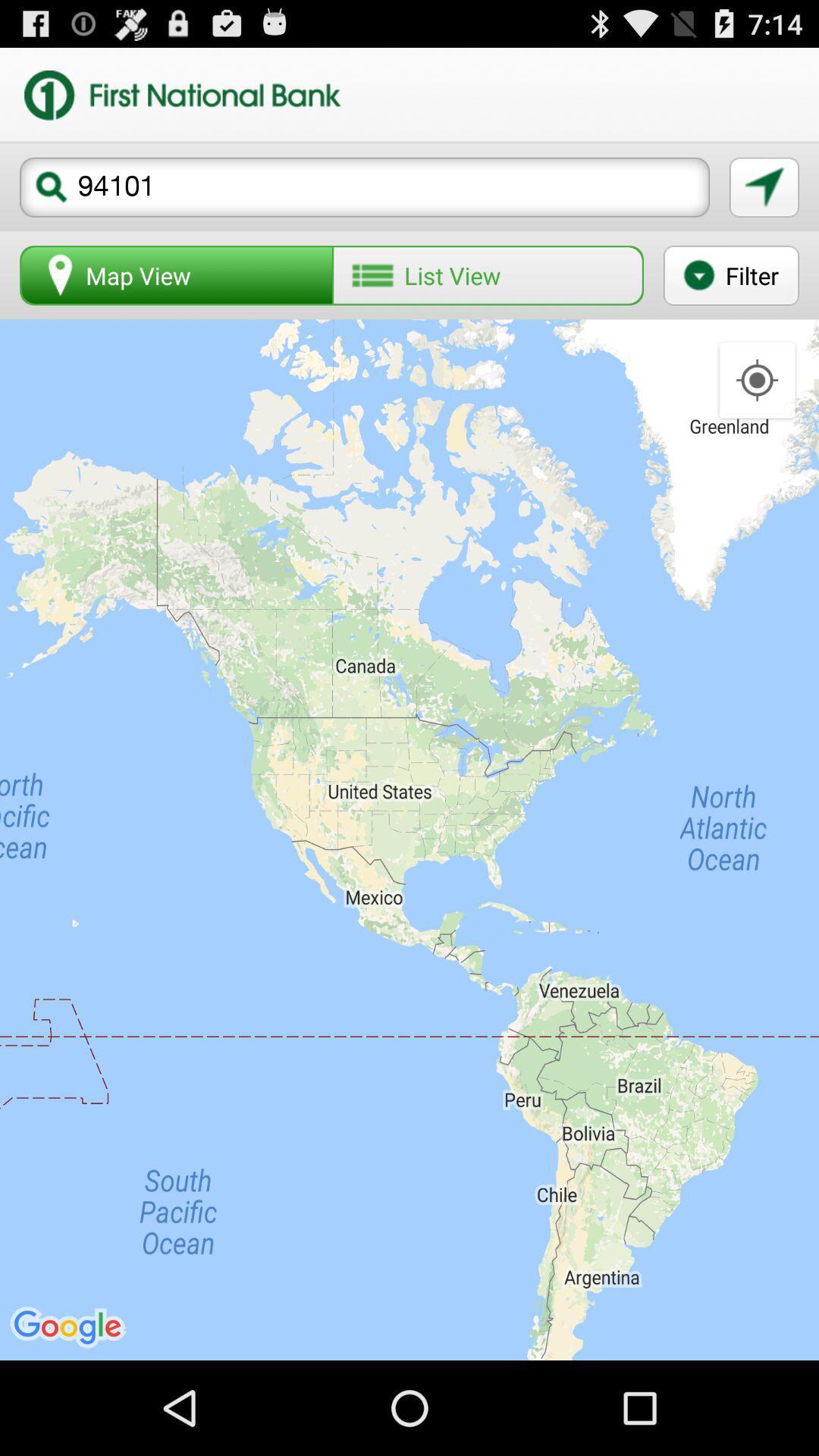 Image resolution: width=819 pixels, height=1456 pixels. I want to click on 94101, so click(365, 187).